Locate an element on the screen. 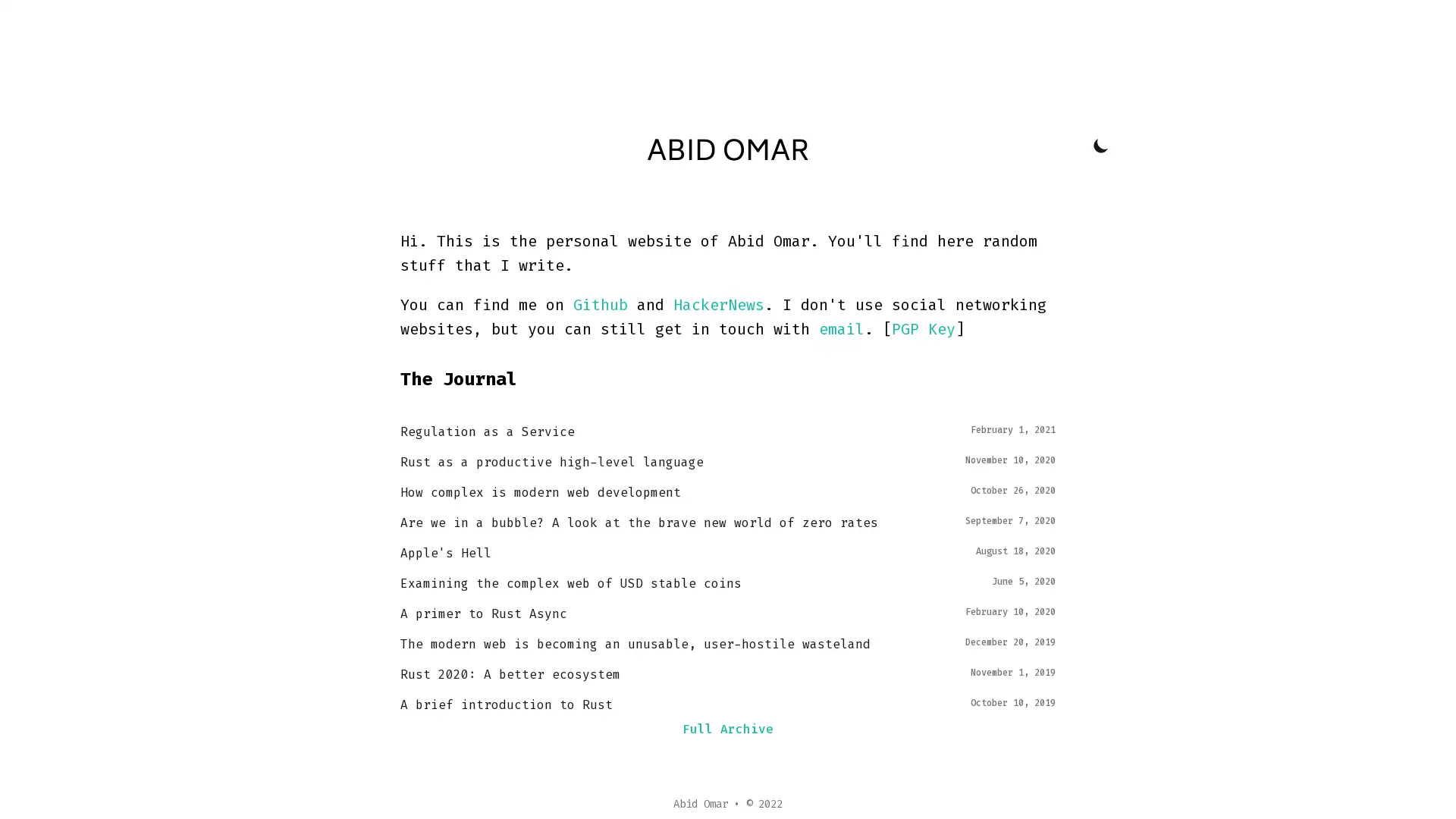 The image size is (1456, 819). Toggle Dark Mode is located at coordinates (1100, 146).